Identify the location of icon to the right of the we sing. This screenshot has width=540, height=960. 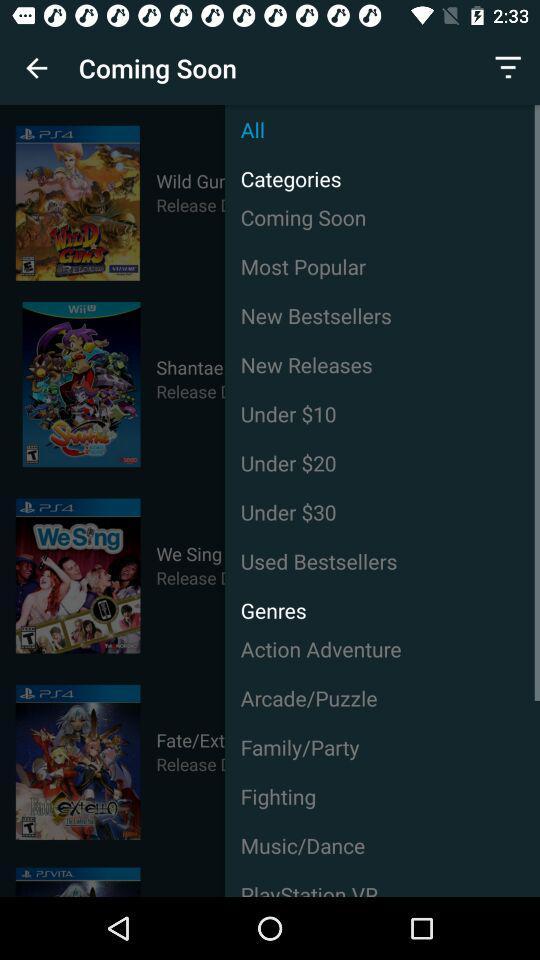
(382, 511).